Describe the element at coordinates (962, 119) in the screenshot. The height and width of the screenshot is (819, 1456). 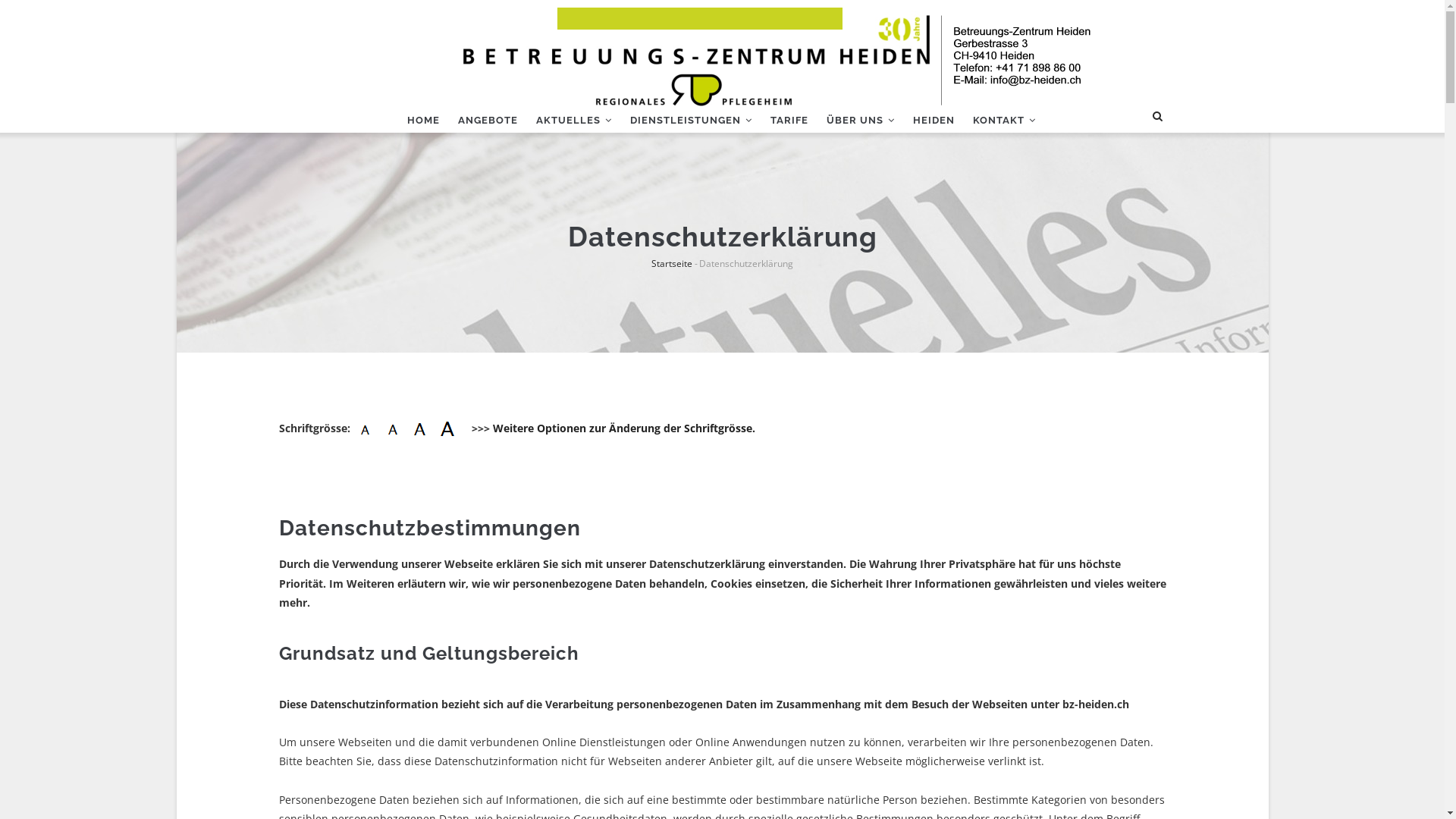
I see `'KONTAKT'` at that location.